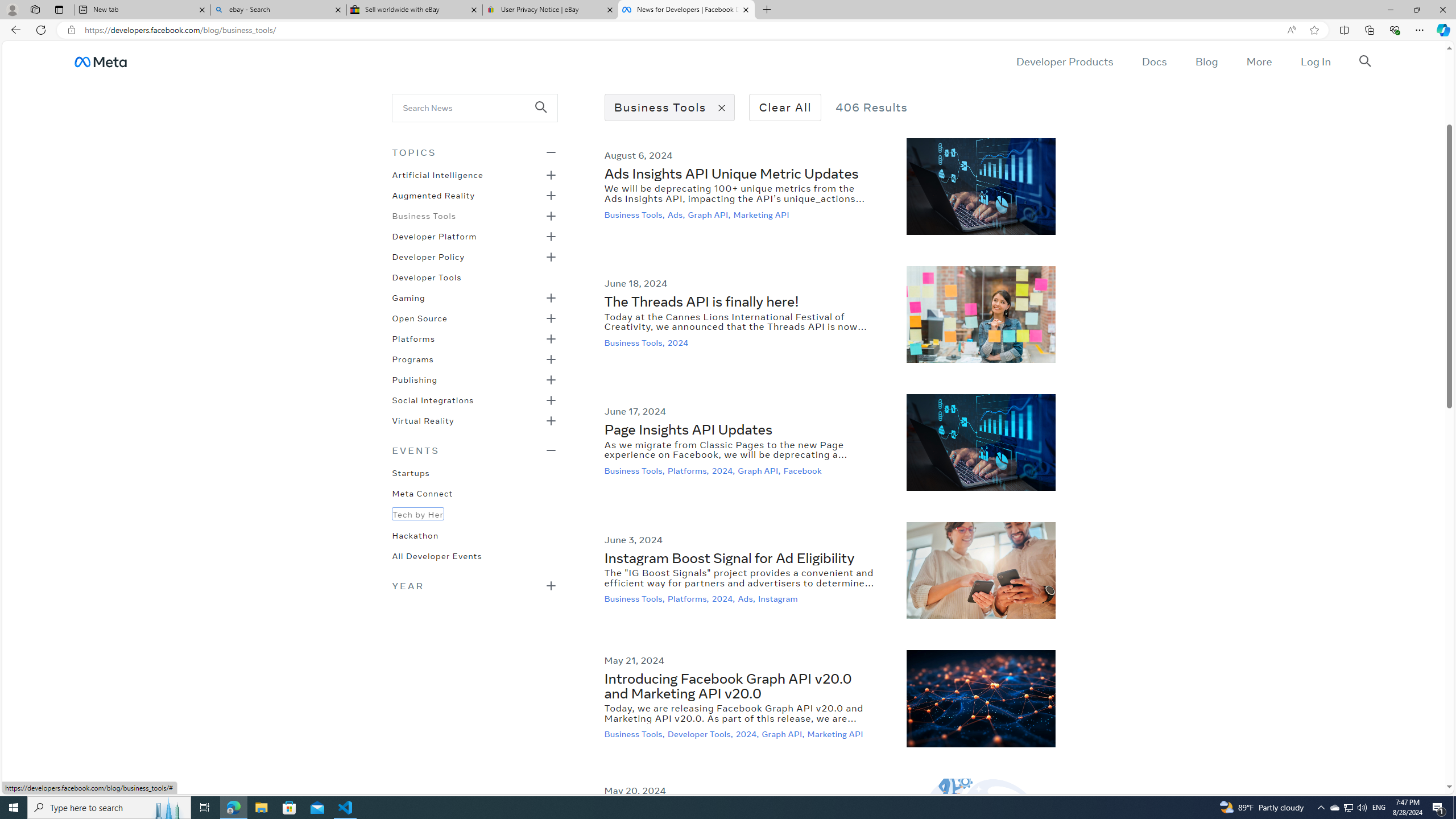  What do you see at coordinates (433, 399) in the screenshot?
I see `'Social Integrations'` at bounding box center [433, 399].